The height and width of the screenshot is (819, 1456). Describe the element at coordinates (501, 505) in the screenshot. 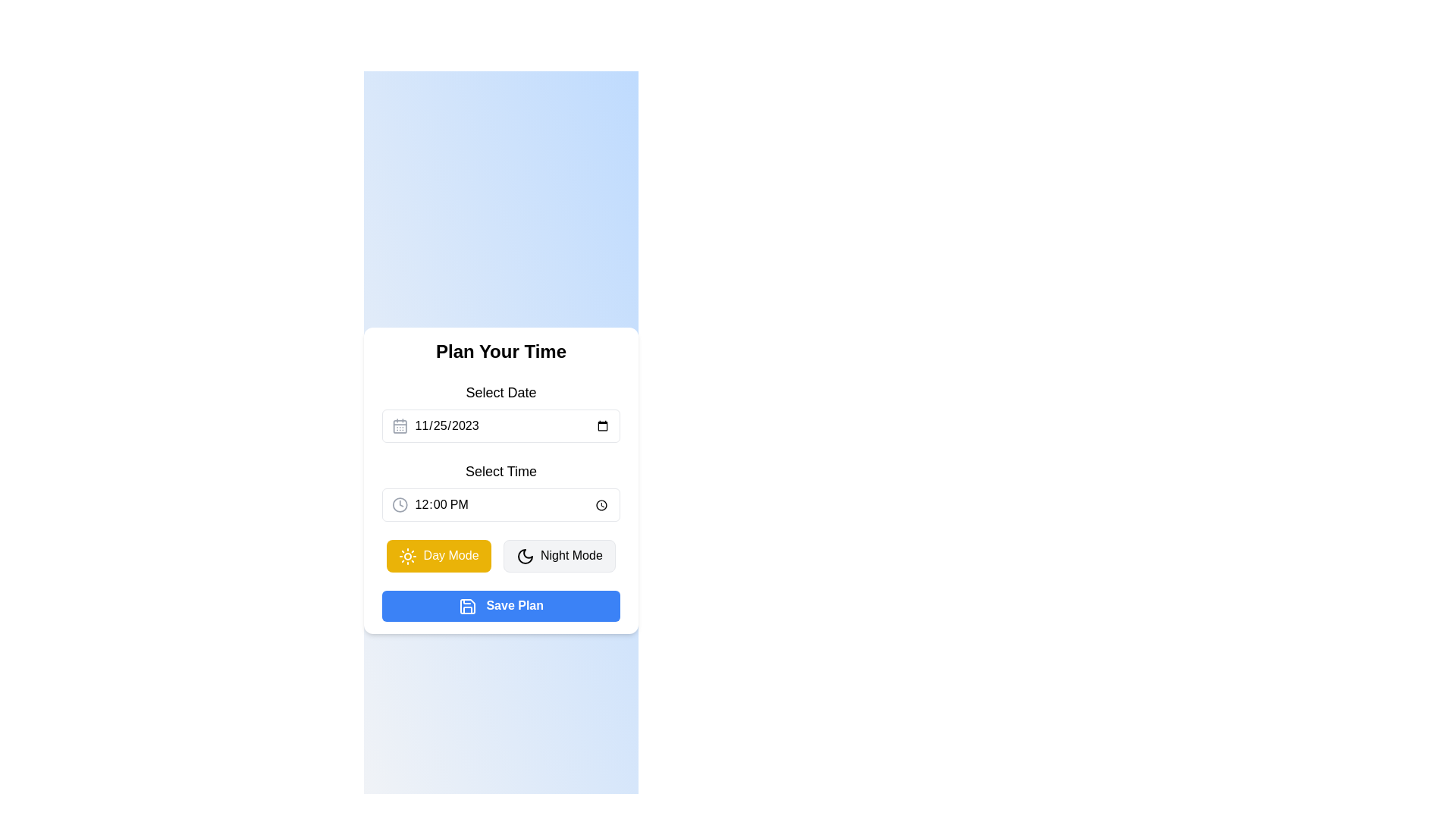

I see `the Interactive time selector field located in the 'Select Time' section beneath the 'Select Date' input field` at that location.